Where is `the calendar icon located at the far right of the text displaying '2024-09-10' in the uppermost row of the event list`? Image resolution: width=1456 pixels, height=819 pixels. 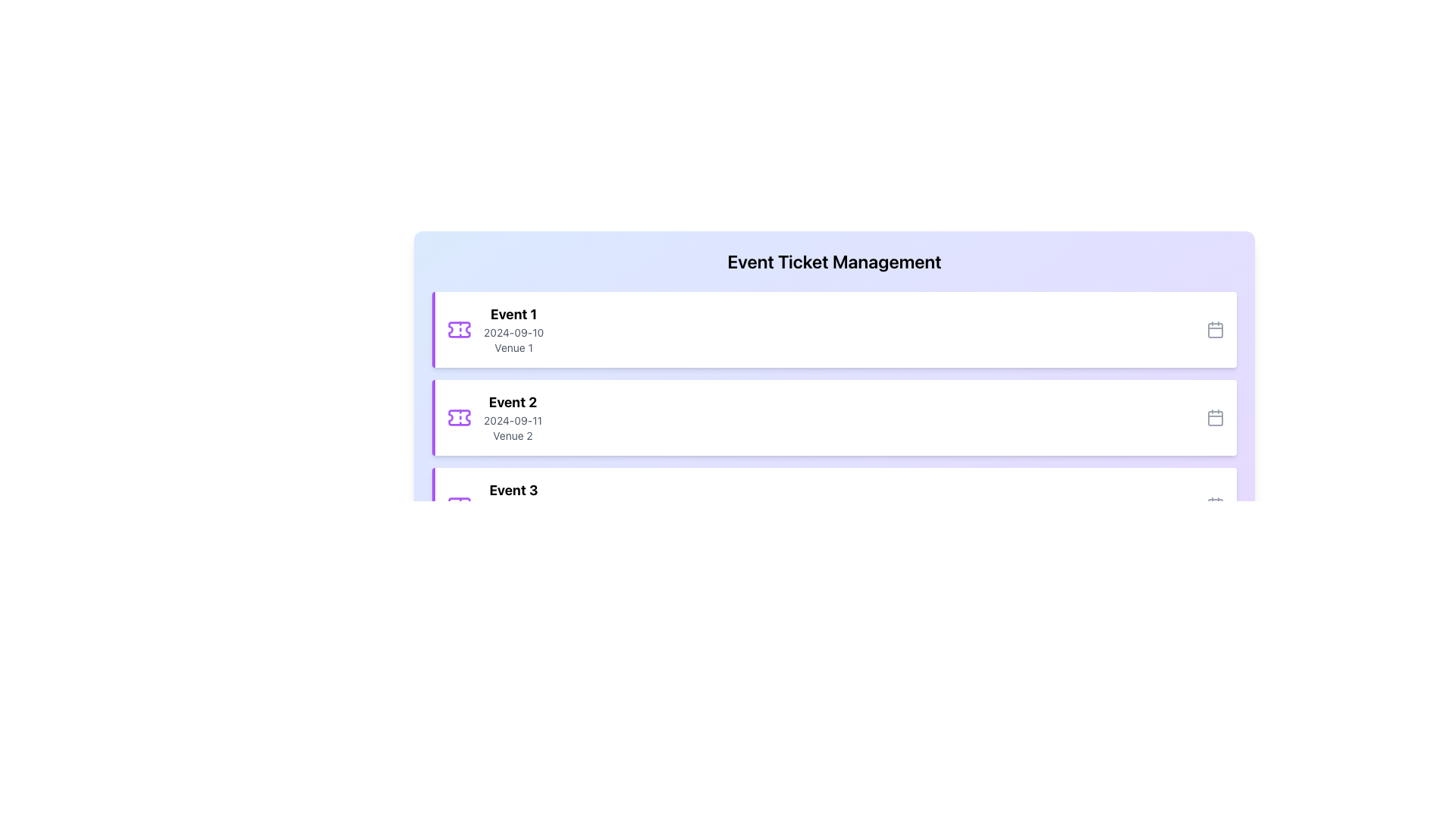 the calendar icon located at the far right of the text displaying '2024-09-10' in the uppermost row of the event list is located at coordinates (1216, 329).